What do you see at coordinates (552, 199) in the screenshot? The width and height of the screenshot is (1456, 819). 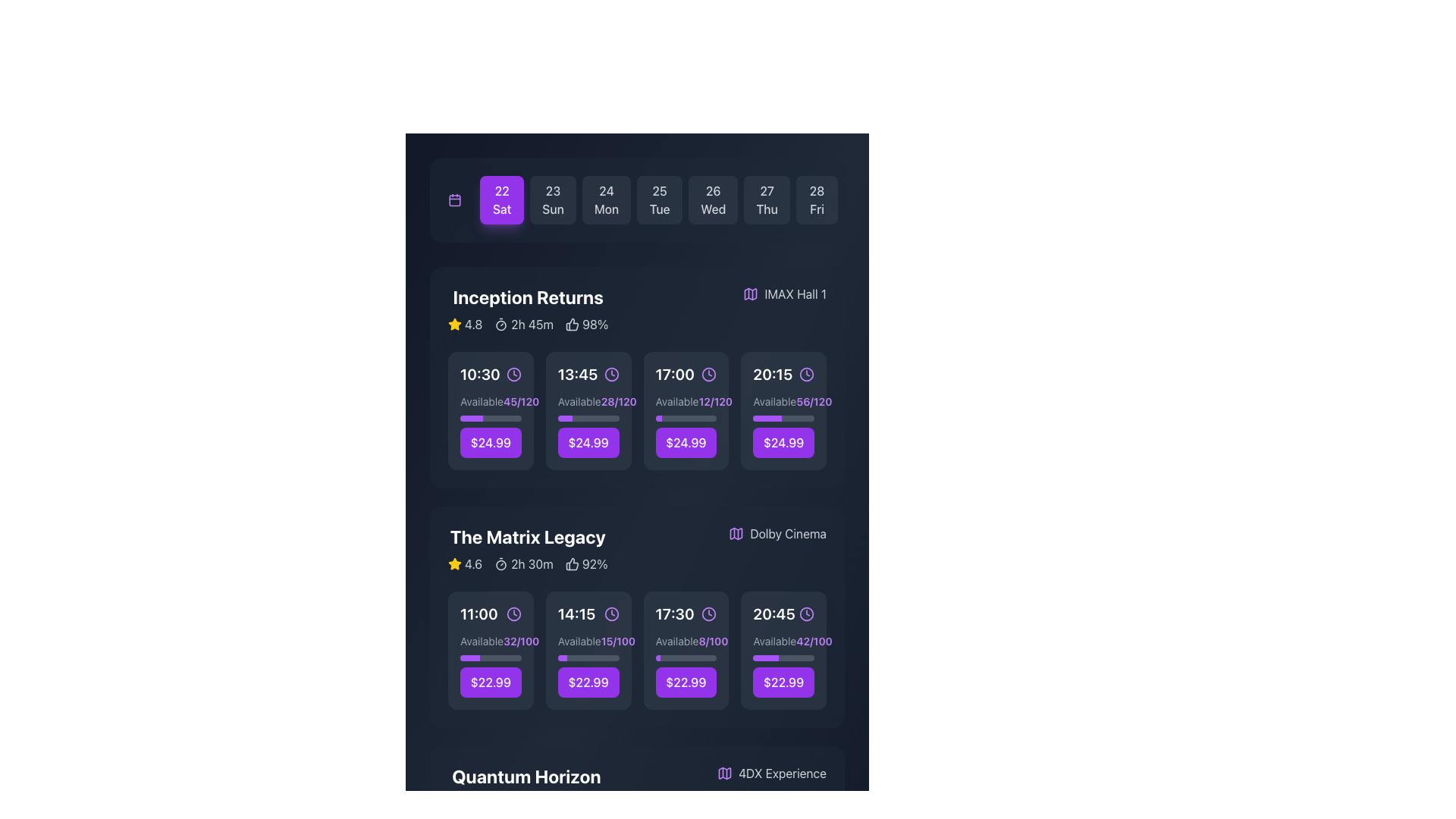 I see `the button that allows the user to select Sunday the 23rd, which is the second button in a horizontal list of date selections, located below a calendar icon` at bounding box center [552, 199].